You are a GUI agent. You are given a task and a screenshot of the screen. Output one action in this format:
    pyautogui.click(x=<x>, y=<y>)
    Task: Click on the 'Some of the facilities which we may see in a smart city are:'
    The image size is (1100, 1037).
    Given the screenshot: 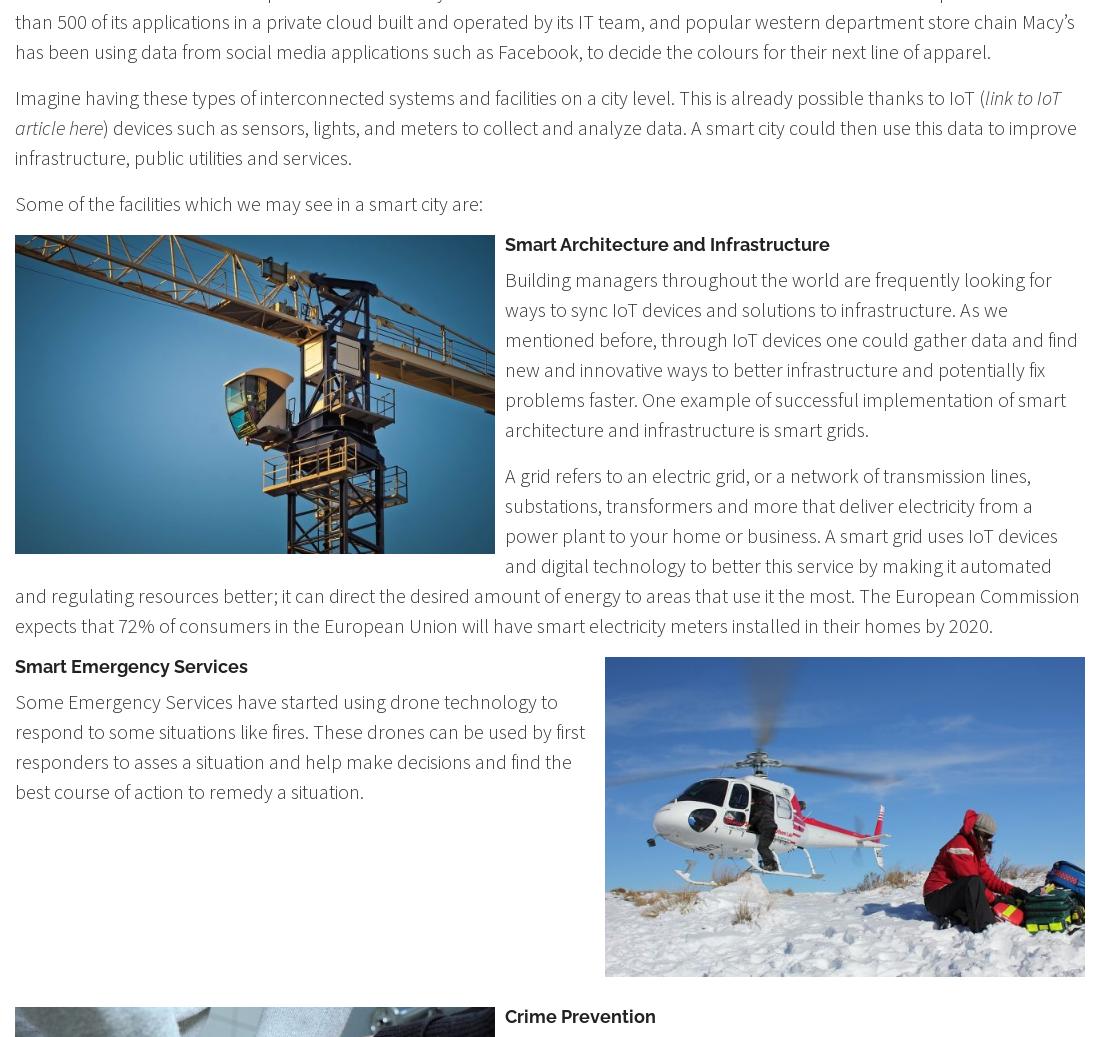 What is the action you would take?
    pyautogui.click(x=249, y=202)
    